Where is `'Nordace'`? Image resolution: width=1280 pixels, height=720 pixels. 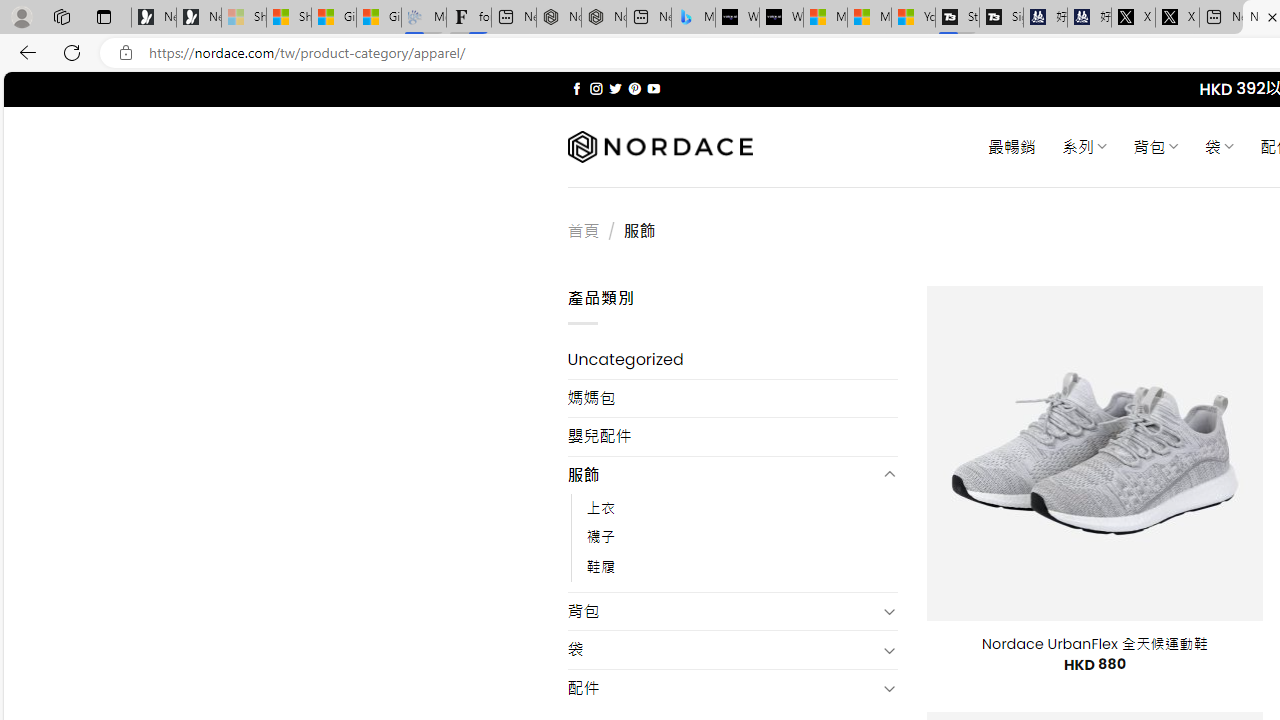
'Nordace' is located at coordinates (659, 146).